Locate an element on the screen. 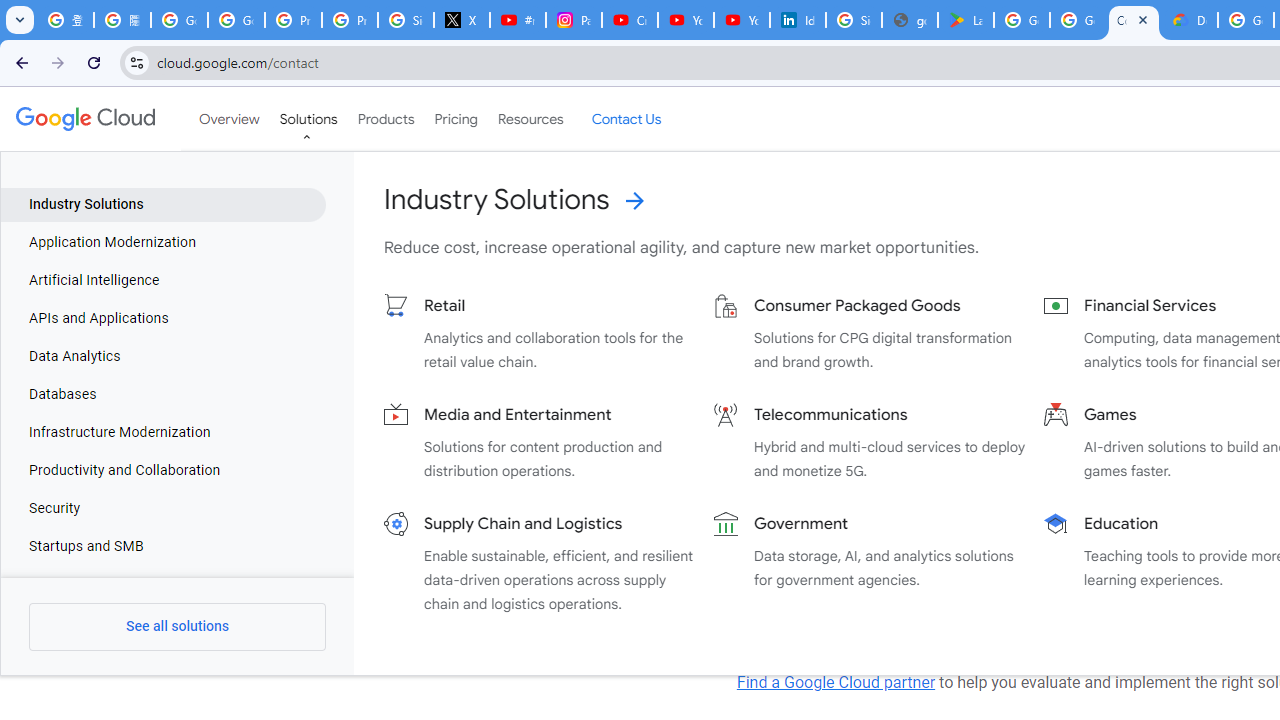 Image resolution: width=1280 pixels, height=720 pixels. 'See all solutions' is located at coordinates (177, 626).